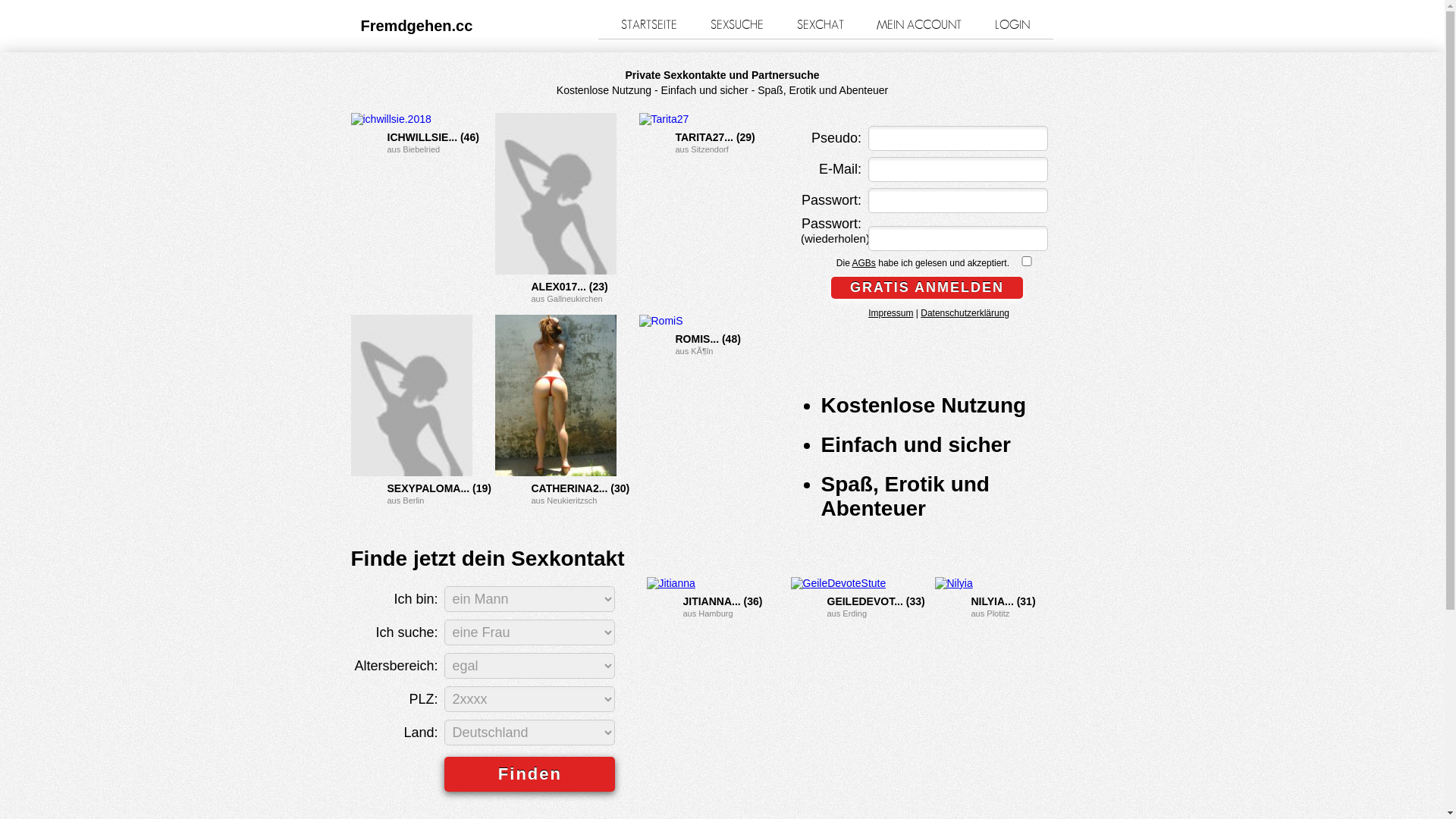 Image resolution: width=1456 pixels, height=819 pixels. I want to click on 'Fremdgehen.cc', so click(417, 26).